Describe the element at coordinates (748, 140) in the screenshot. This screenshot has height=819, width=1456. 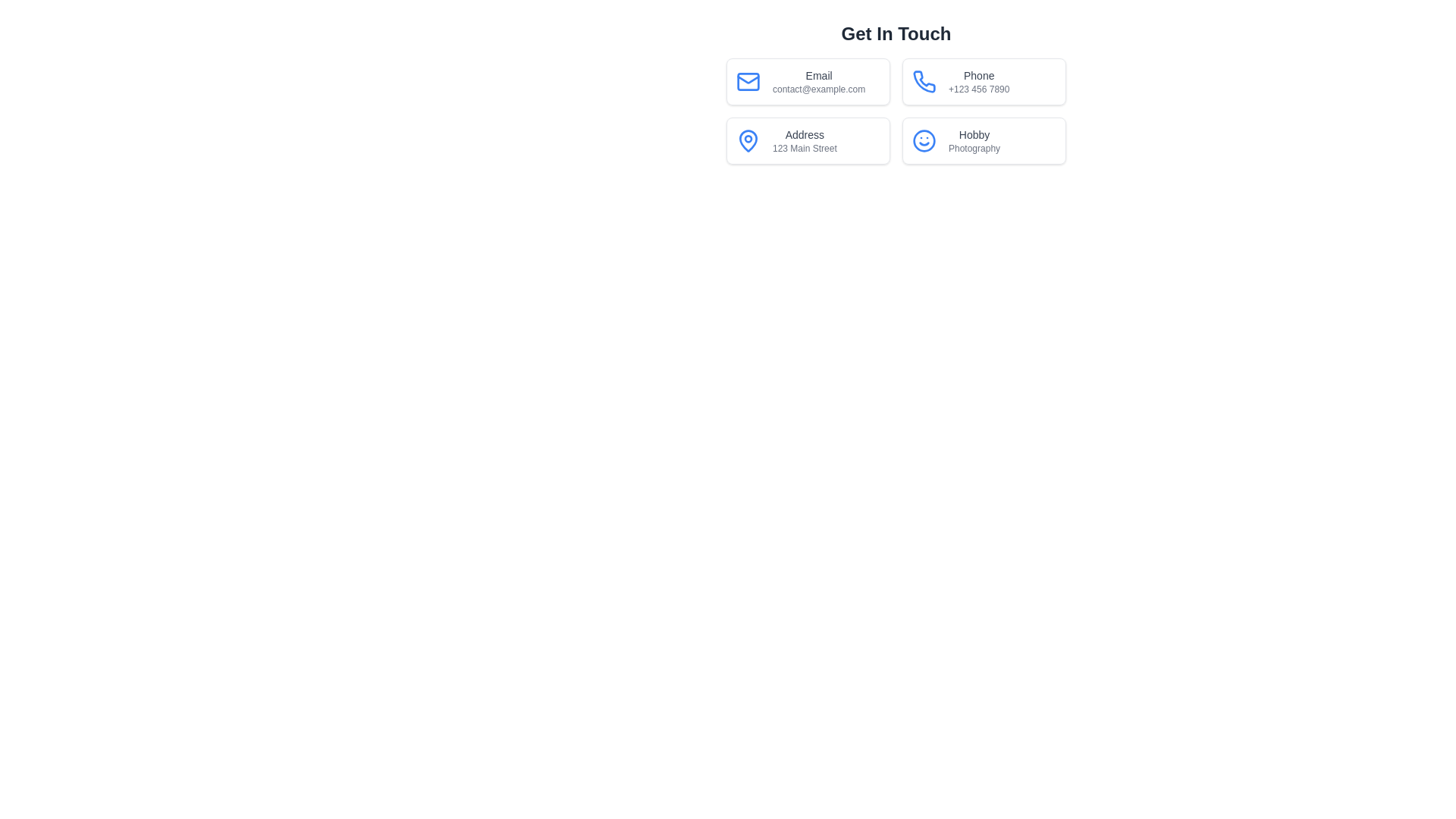
I see `the blue pin-shaped icon located to the left of the '123 Main Street' text in the 'Address' section of the UI` at that location.